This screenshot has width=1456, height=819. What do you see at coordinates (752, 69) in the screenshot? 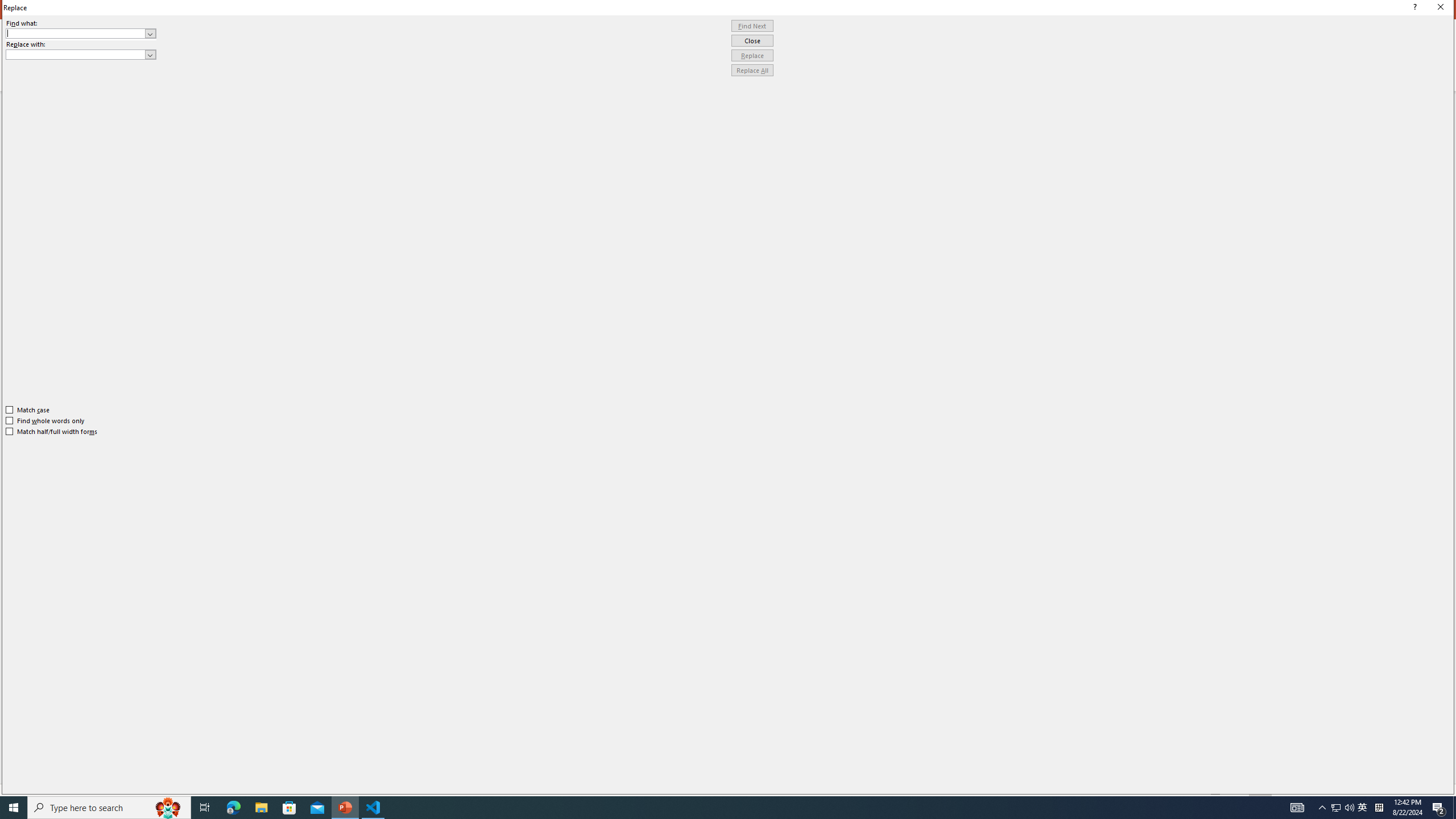
I see `'Replace All'` at bounding box center [752, 69].